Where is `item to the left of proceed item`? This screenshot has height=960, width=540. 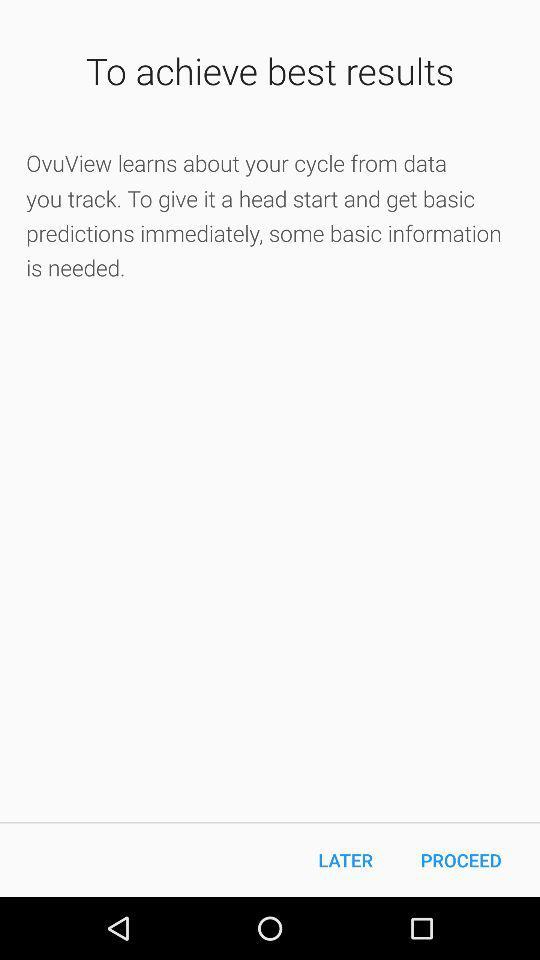
item to the left of proceed item is located at coordinates (344, 859).